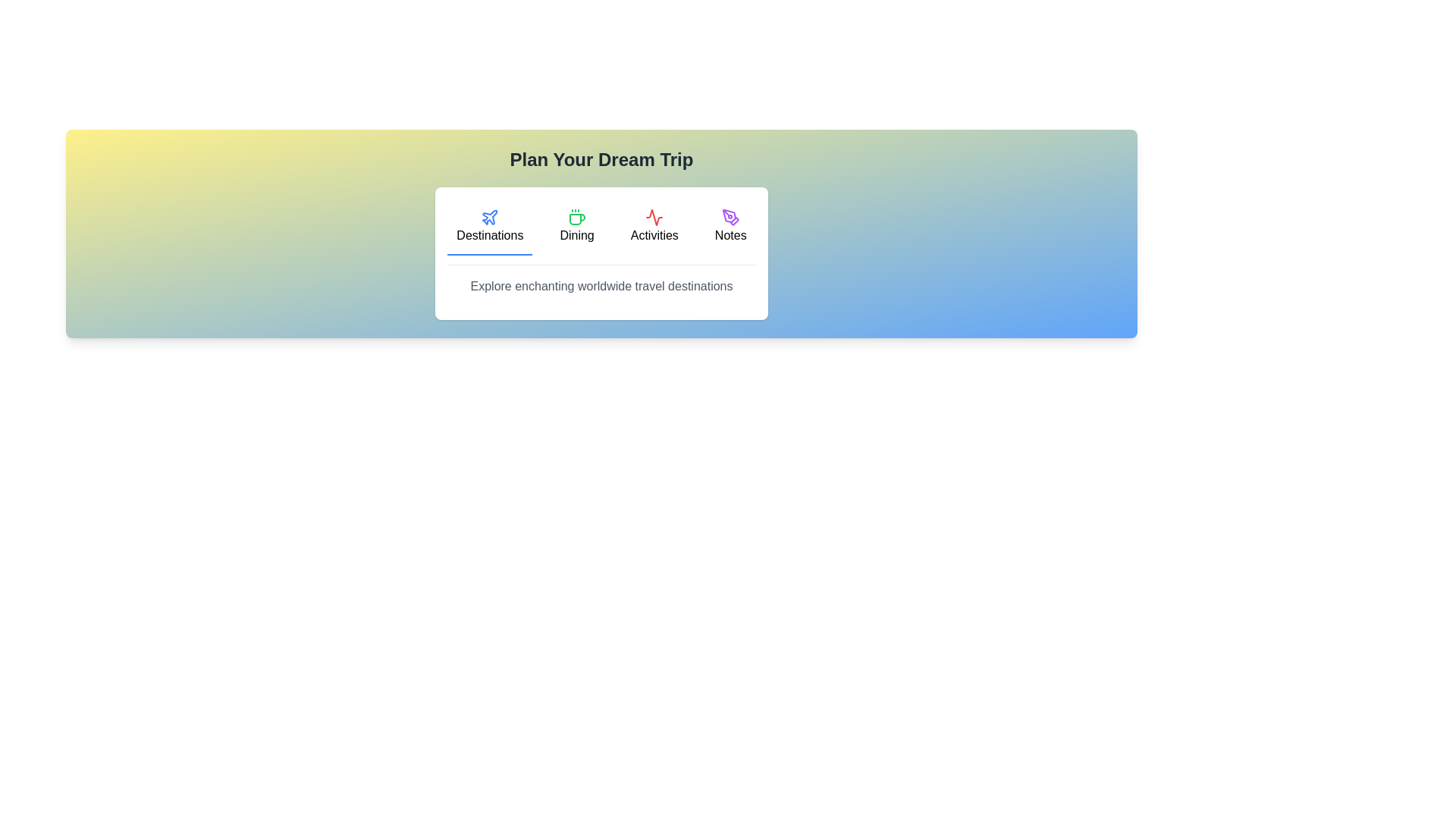 This screenshot has width=1456, height=819. Describe the element at coordinates (490, 227) in the screenshot. I see `the tab labeled Destinations` at that location.